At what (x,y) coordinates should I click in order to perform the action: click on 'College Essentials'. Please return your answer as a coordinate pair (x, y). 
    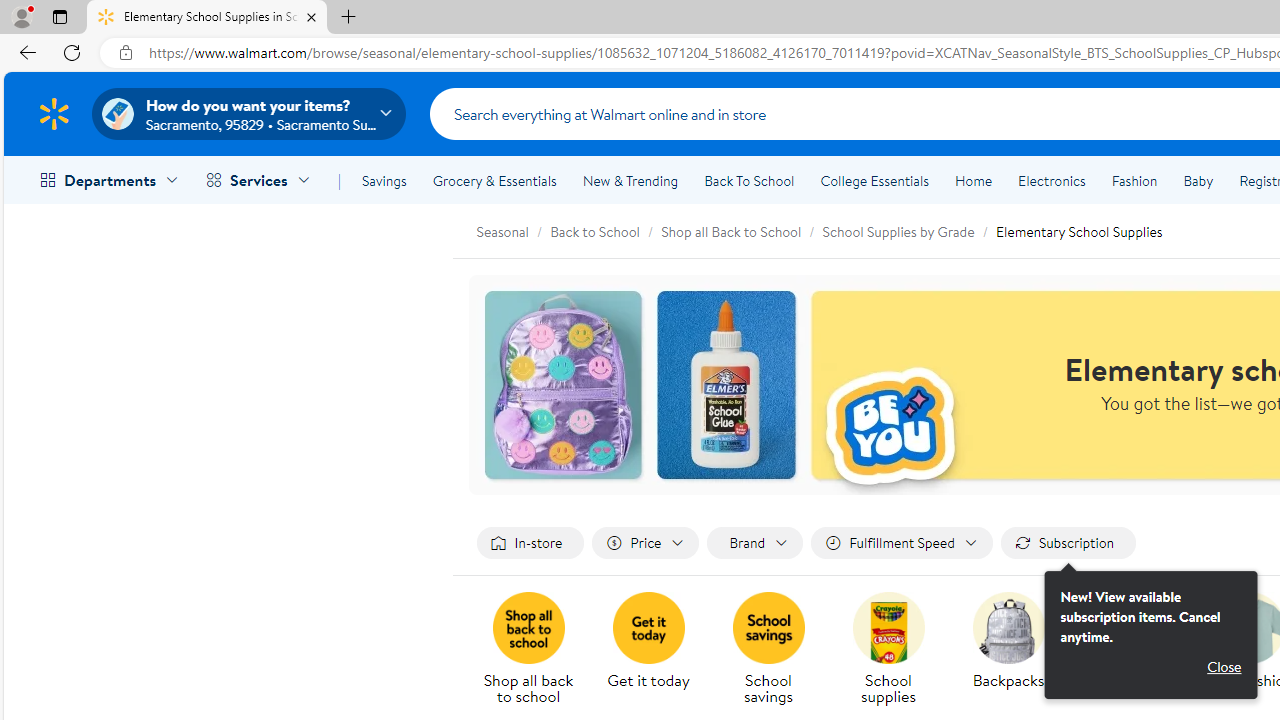
    Looking at the image, I should click on (874, 181).